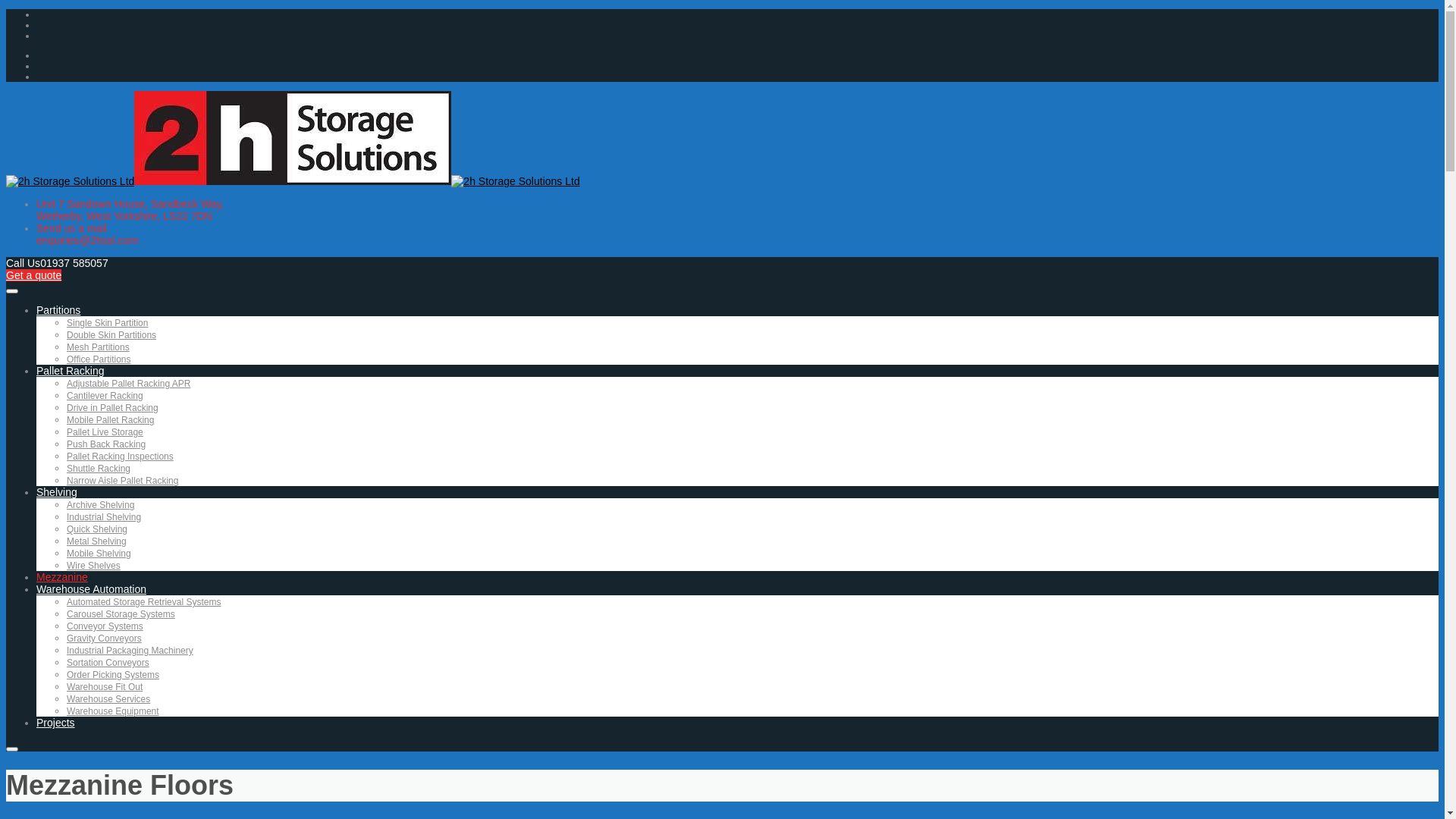  What do you see at coordinates (65, 687) in the screenshot?
I see `'Warehouse Fit Out'` at bounding box center [65, 687].